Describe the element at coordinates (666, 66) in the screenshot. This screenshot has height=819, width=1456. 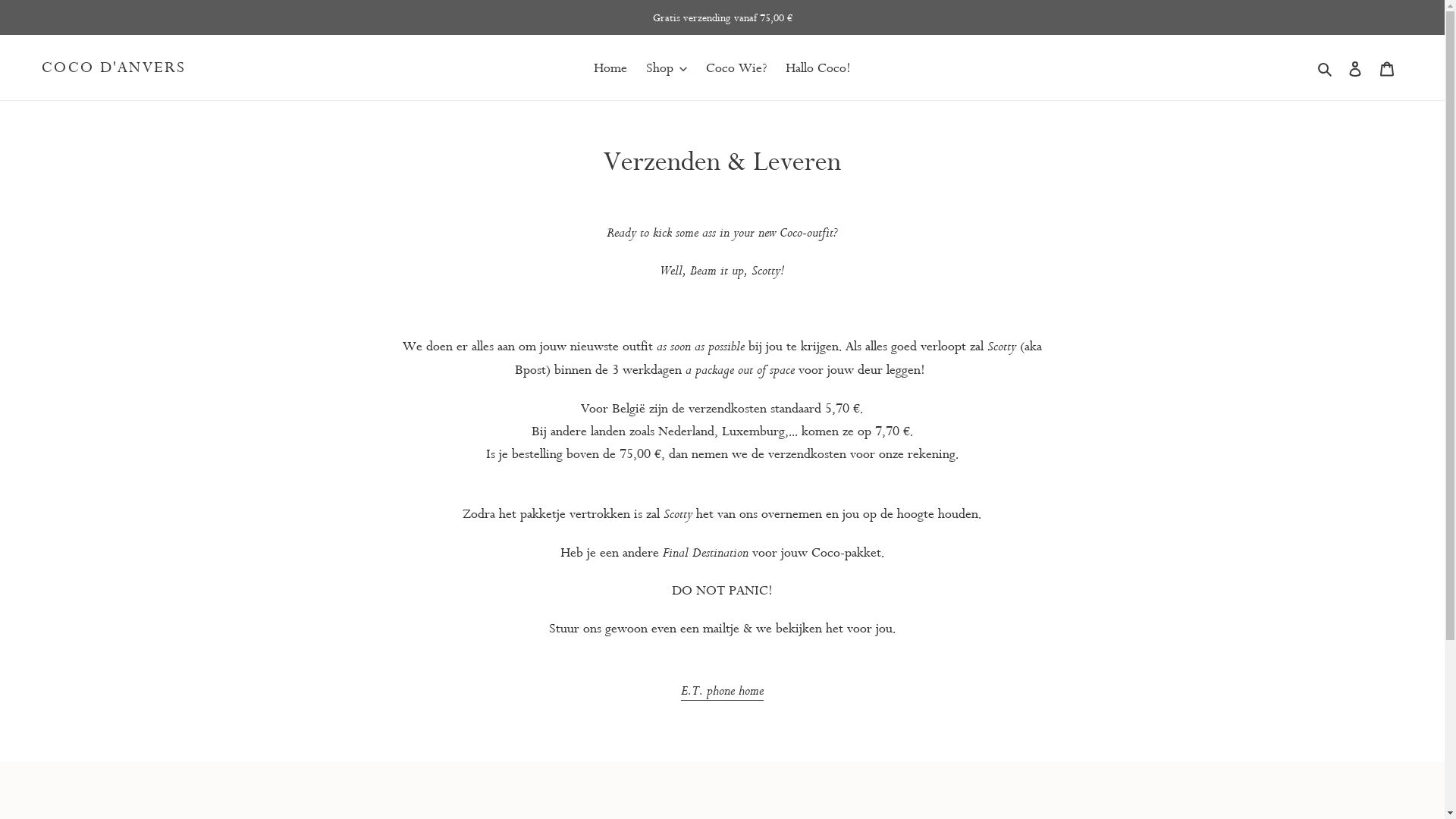
I see `'Shop'` at that location.